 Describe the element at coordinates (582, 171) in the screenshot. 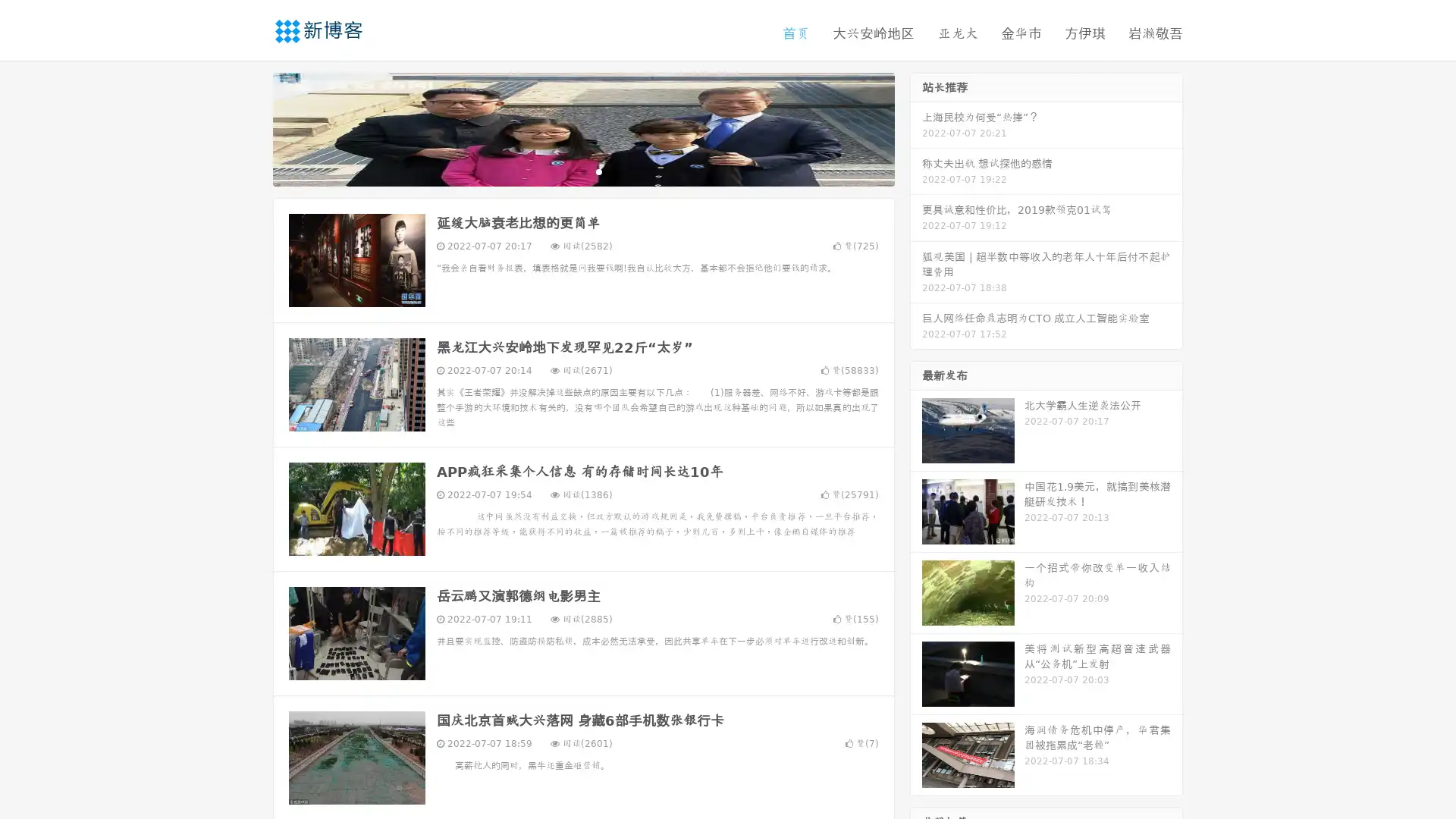

I see `Go to slide 2` at that location.